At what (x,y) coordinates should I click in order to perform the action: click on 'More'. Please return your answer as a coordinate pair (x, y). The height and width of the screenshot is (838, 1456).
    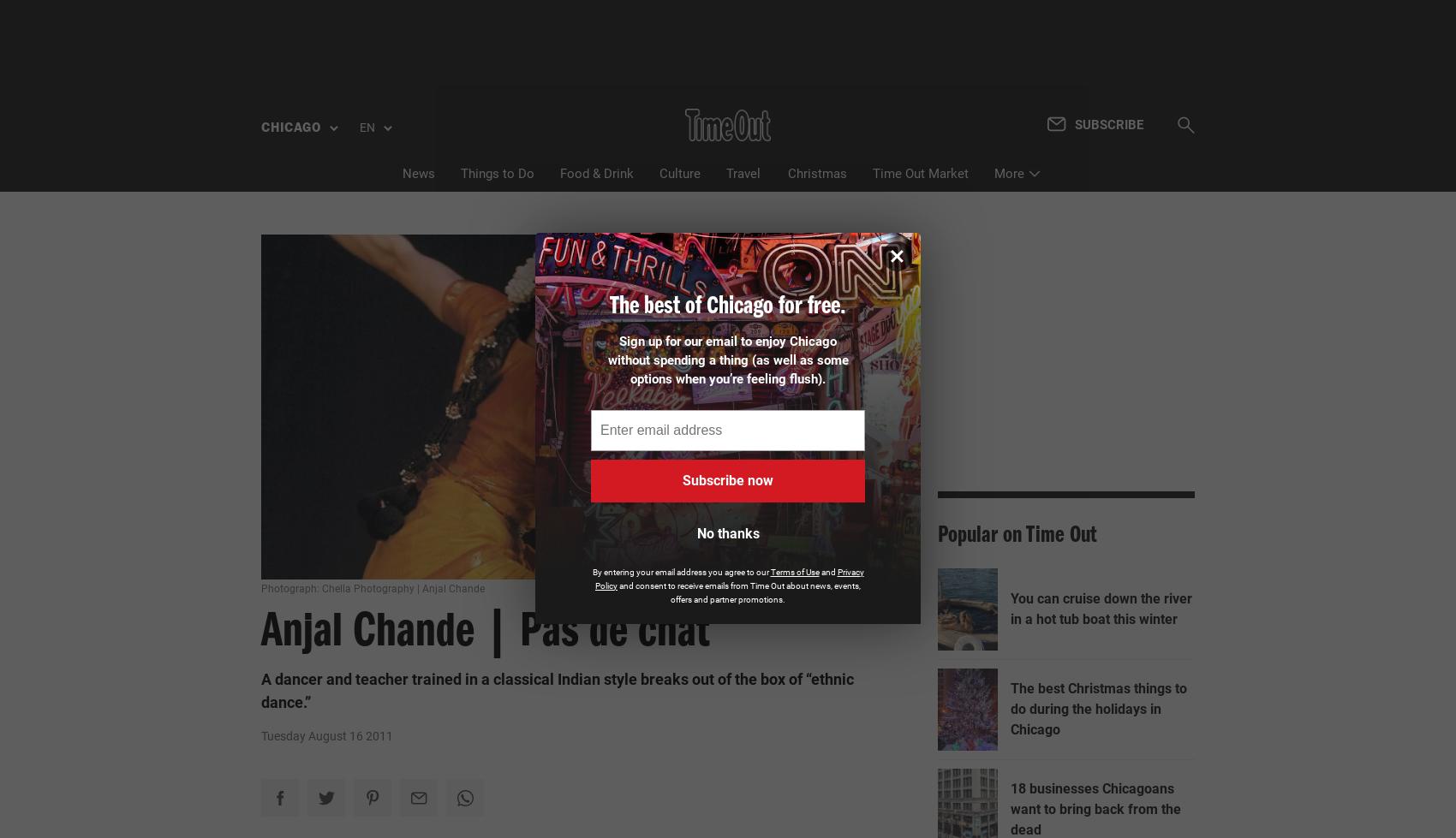
    Looking at the image, I should click on (1008, 95).